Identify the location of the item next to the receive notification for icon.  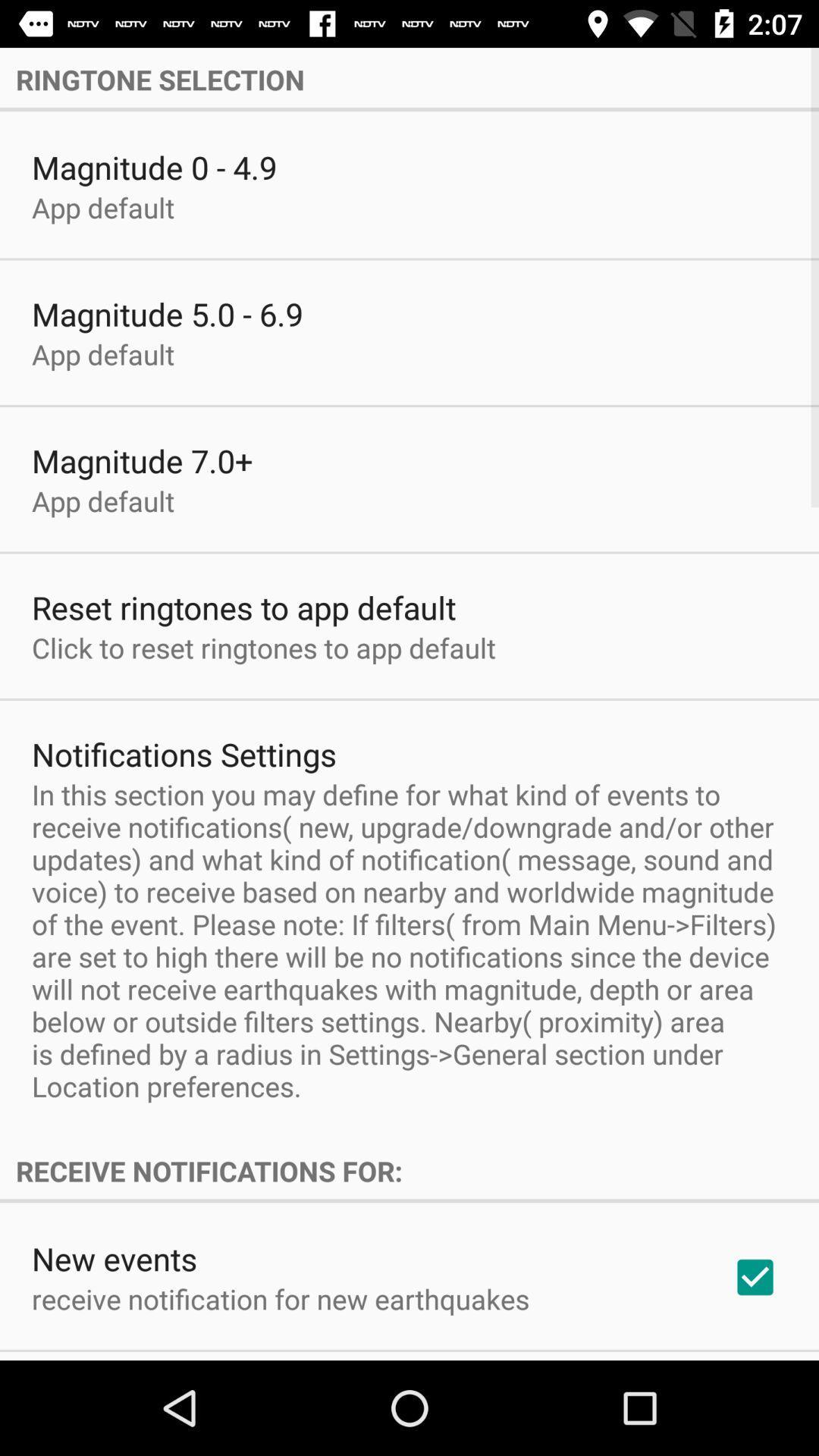
(755, 1276).